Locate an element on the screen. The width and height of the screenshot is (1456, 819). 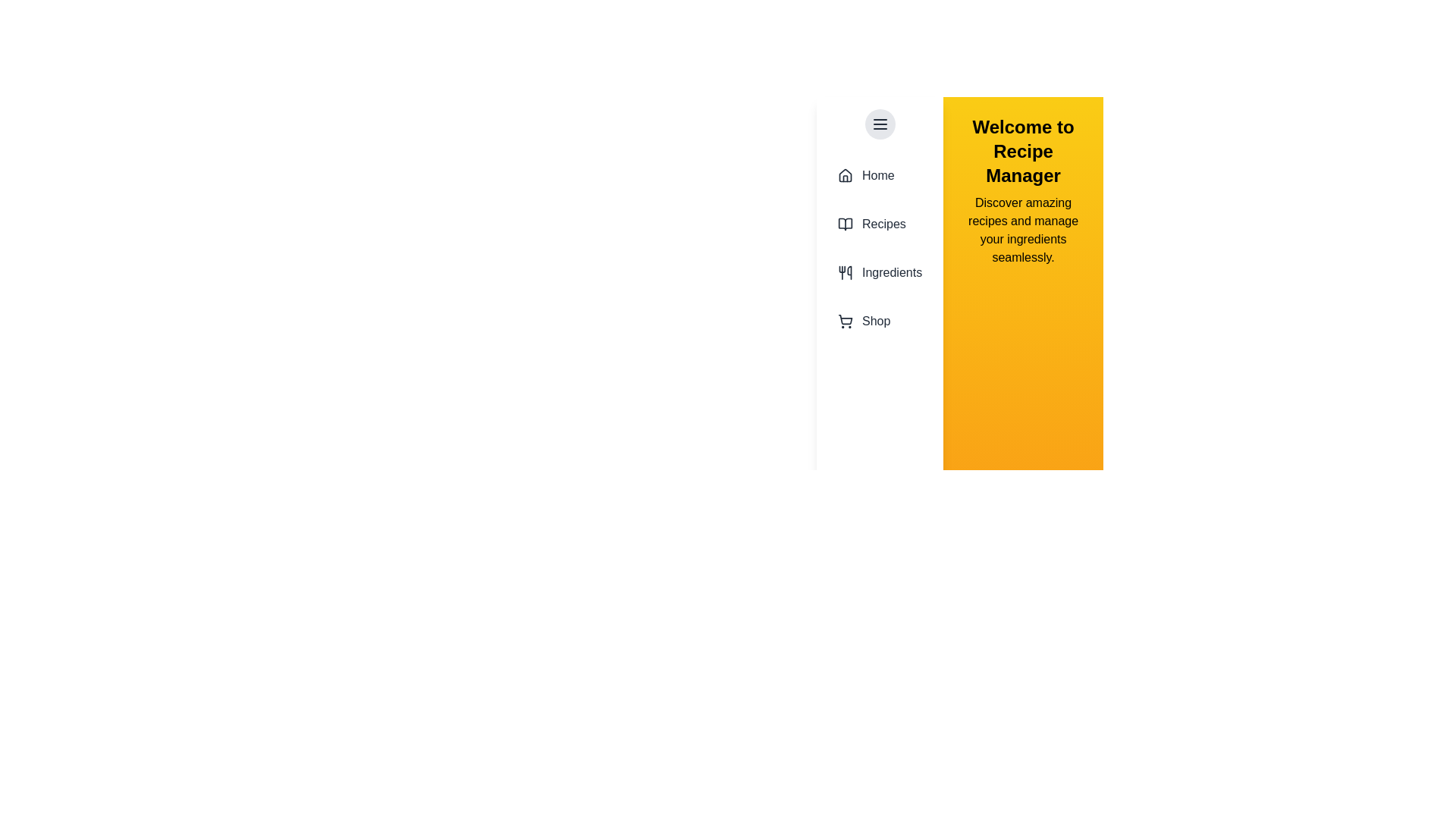
the category item labeled Ingredients in the drawer is located at coordinates (880, 271).